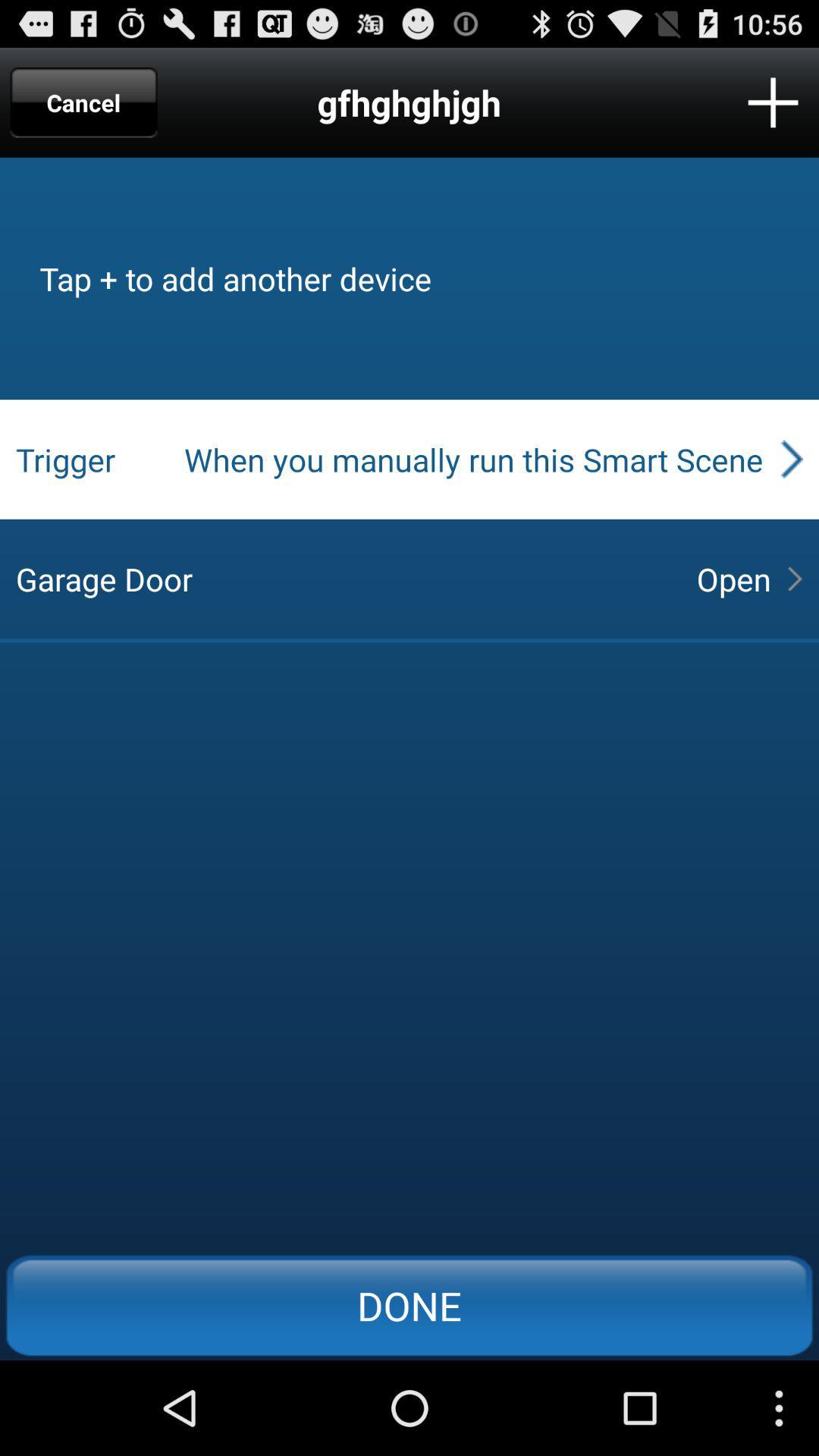 The height and width of the screenshot is (1456, 819). I want to click on the item below when you manually item, so click(733, 578).